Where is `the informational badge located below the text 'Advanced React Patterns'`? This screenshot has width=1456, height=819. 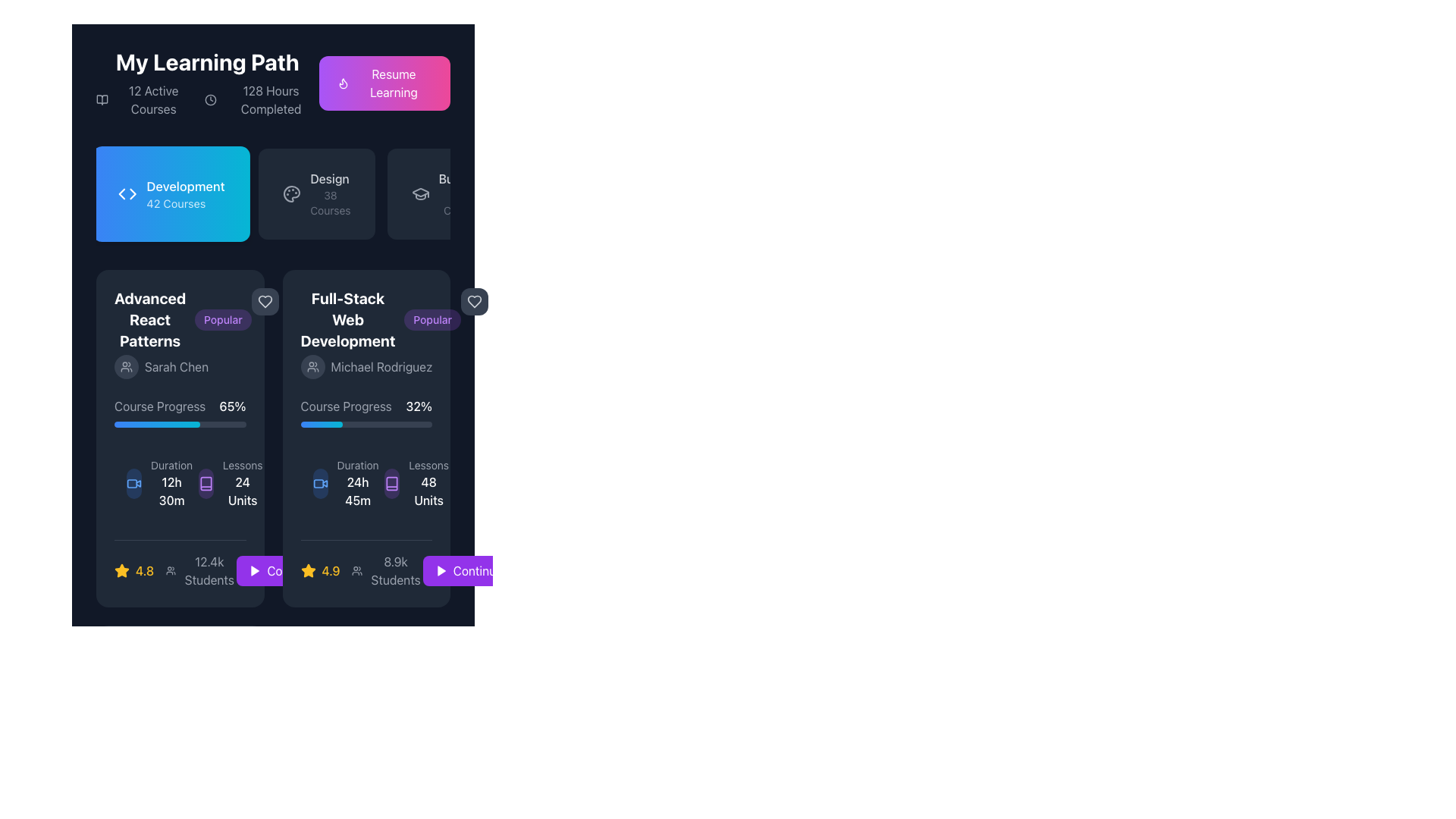 the informational badge located below the text 'Advanced React Patterns' is located at coordinates (222, 318).